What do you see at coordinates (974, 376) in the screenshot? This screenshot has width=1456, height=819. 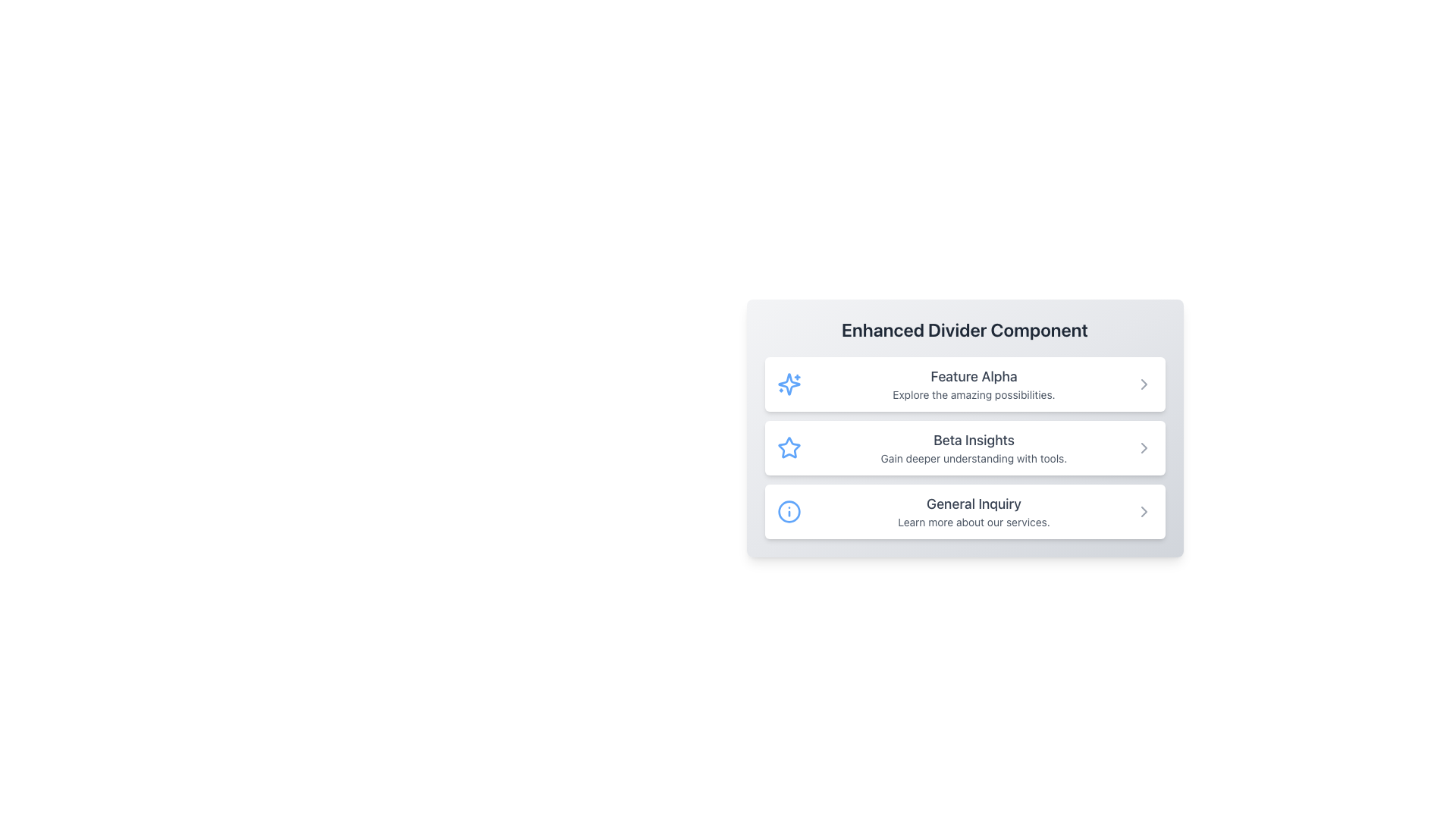 I see `the Text Label titled 'Feature Alpha'` at bounding box center [974, 376].